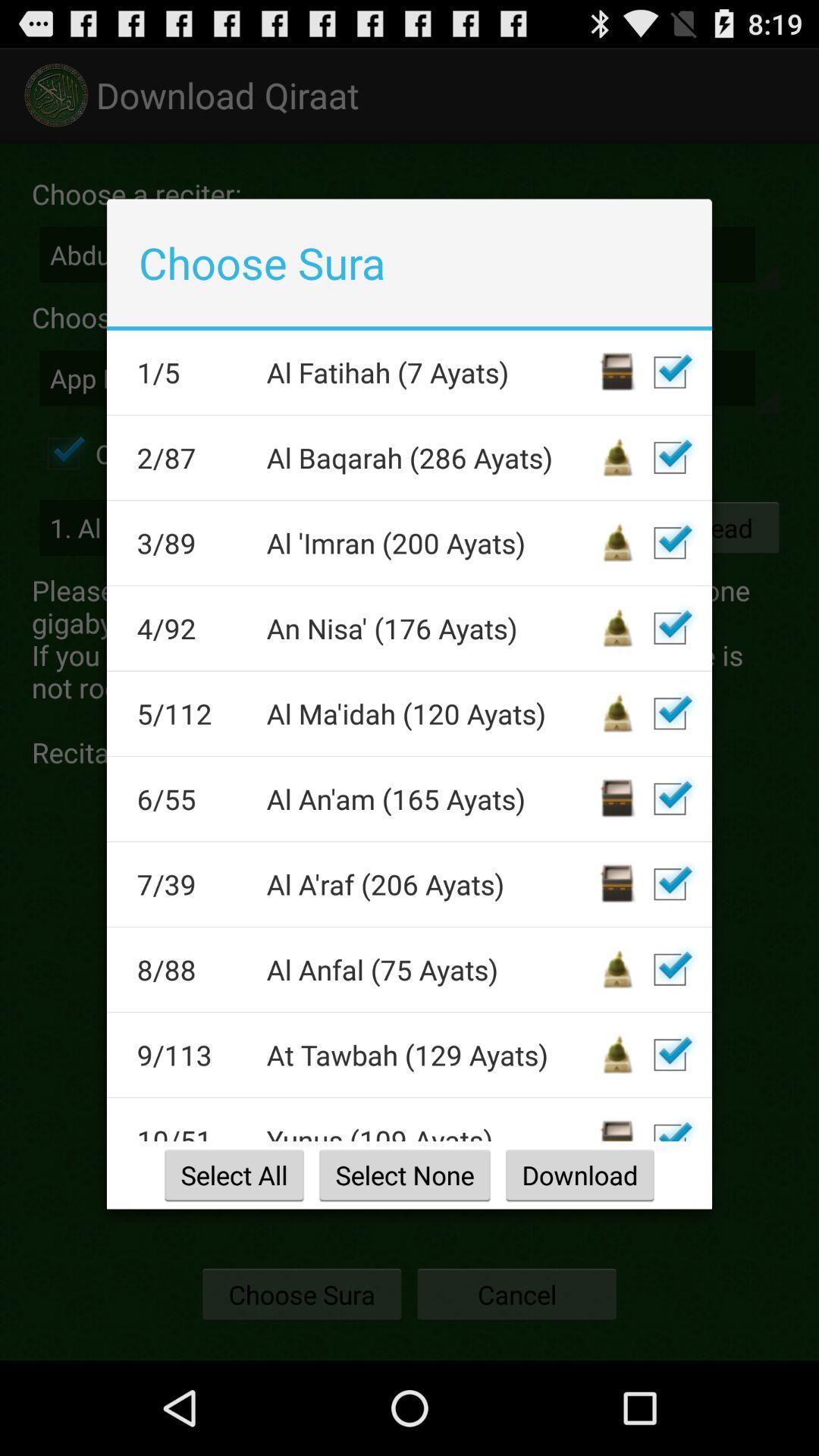  I want to click on item below 9/113 icon, so click(191, 1131).